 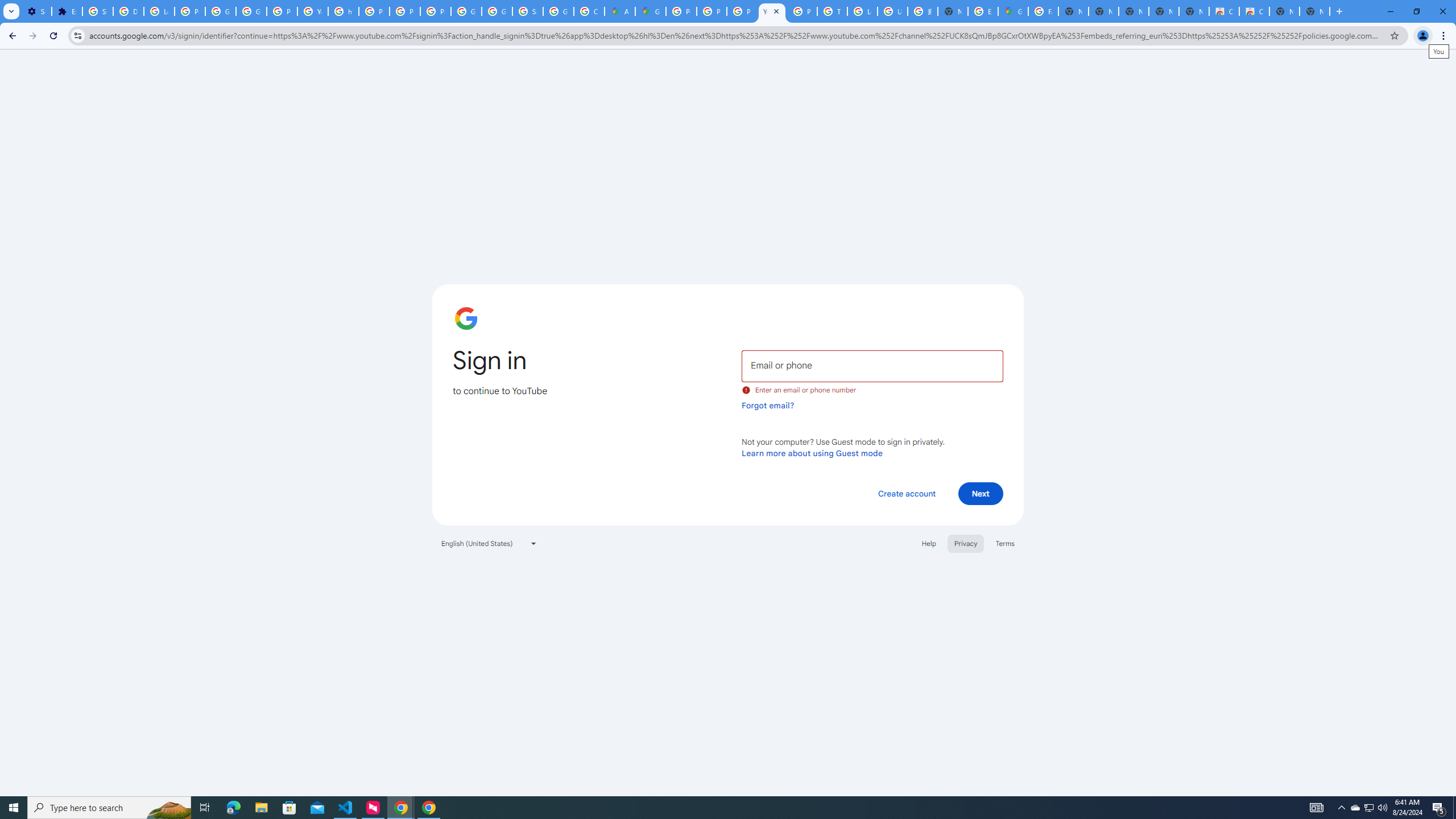 What do you see at coordinates (489, 543) in the screenshot?
I see `'English (United States)'` at bounding box center [489, 543].